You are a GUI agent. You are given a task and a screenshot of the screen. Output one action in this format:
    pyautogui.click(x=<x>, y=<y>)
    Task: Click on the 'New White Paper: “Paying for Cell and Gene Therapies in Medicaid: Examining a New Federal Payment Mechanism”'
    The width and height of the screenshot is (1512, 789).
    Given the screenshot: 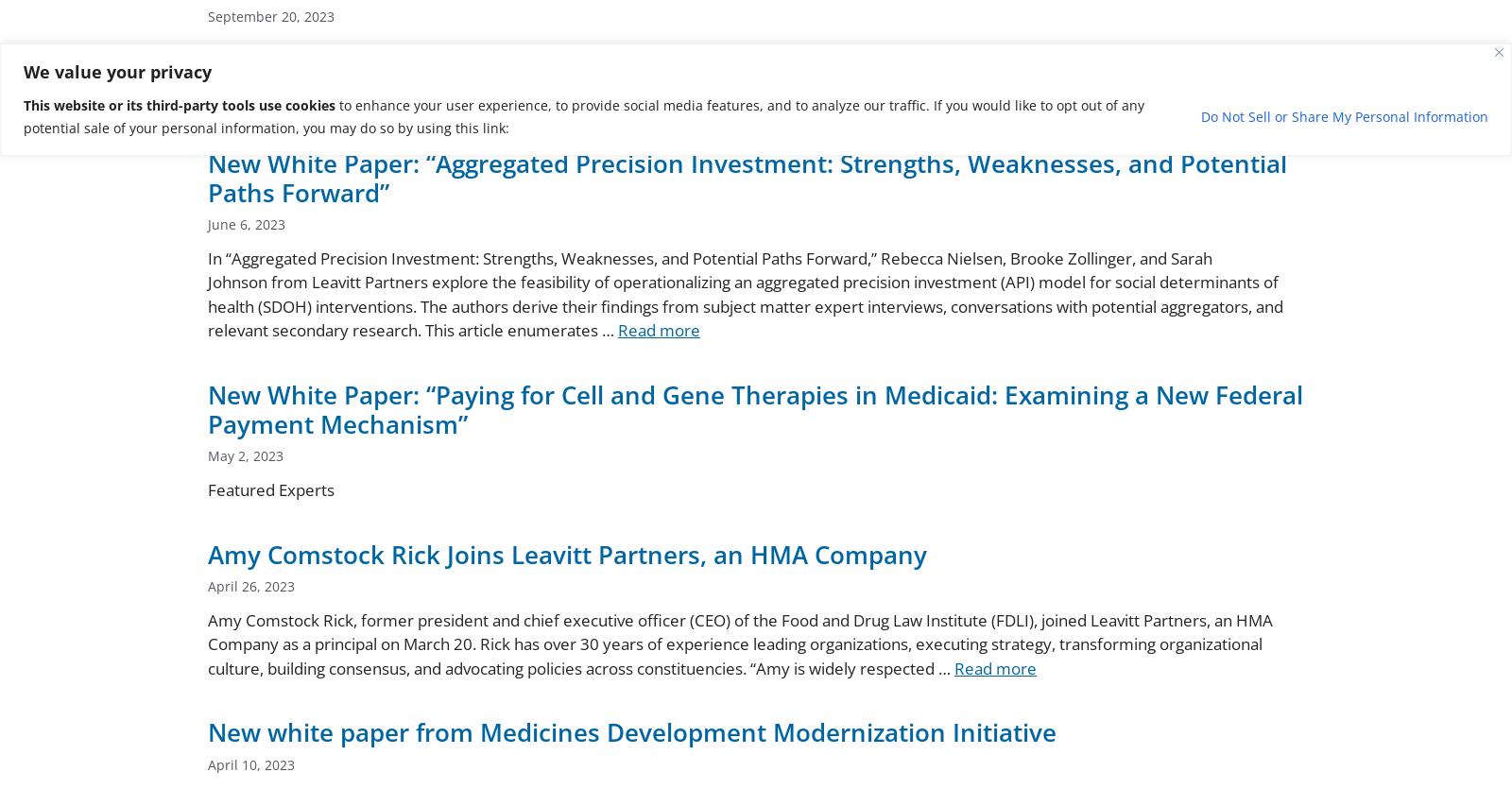 What is the action you would take?
    pyautogui.click(x=755, y=408)
    